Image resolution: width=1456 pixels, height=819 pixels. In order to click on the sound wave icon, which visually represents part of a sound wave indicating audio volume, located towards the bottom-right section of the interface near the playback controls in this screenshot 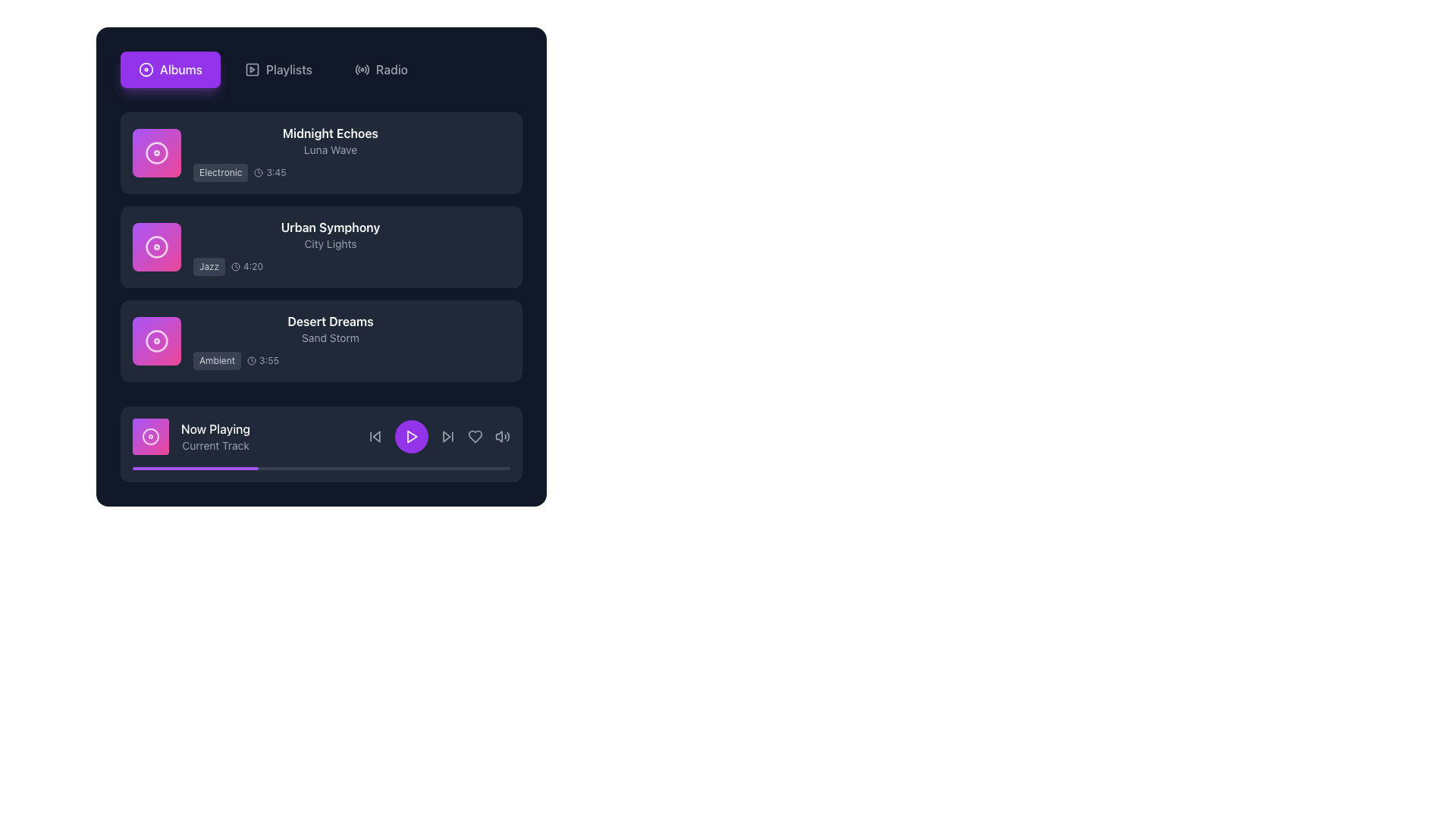, I will do `click(508, 436)`.